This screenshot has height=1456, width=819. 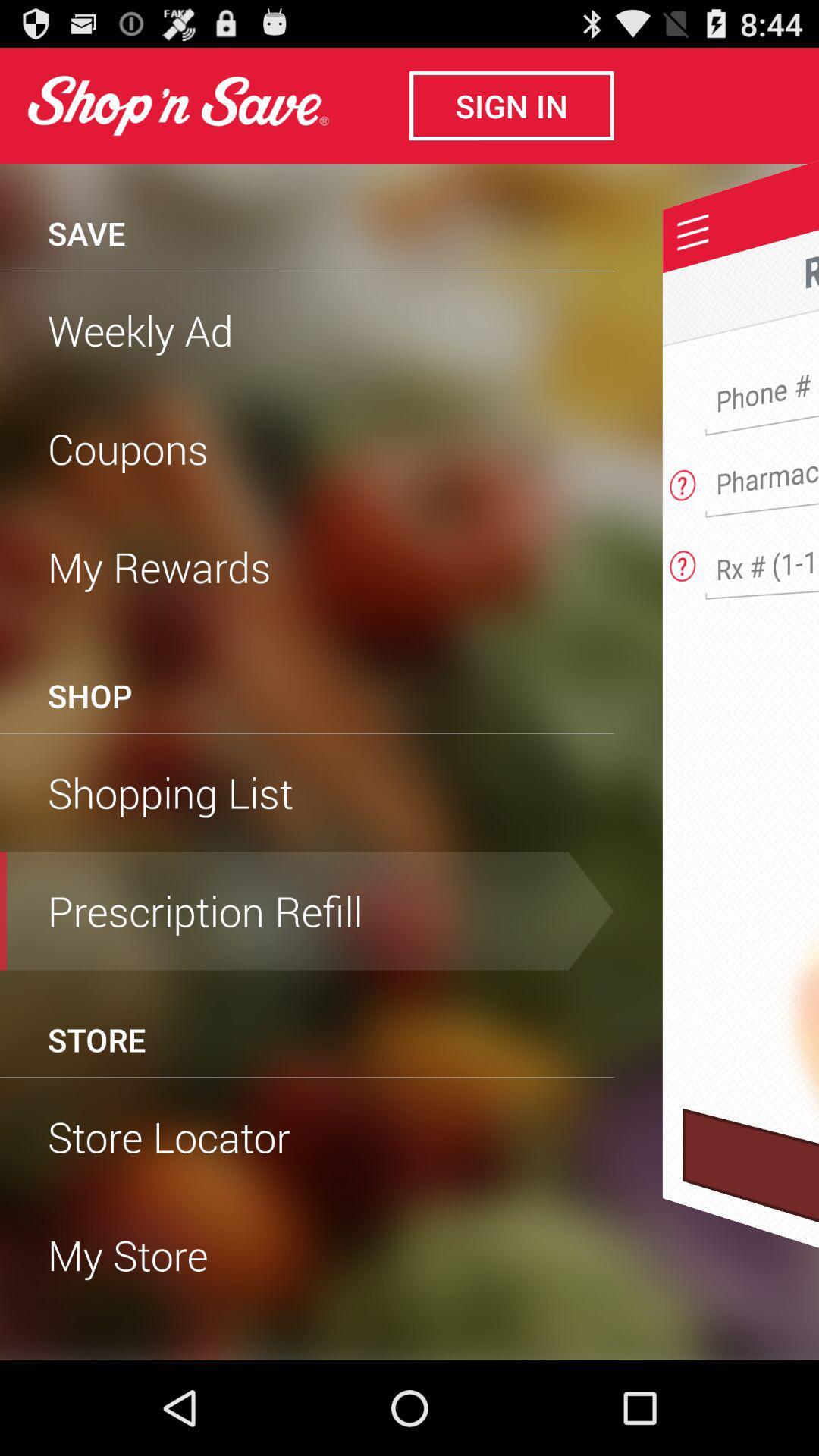 I want to click on item above the save icon, so click(x=177, y=105).